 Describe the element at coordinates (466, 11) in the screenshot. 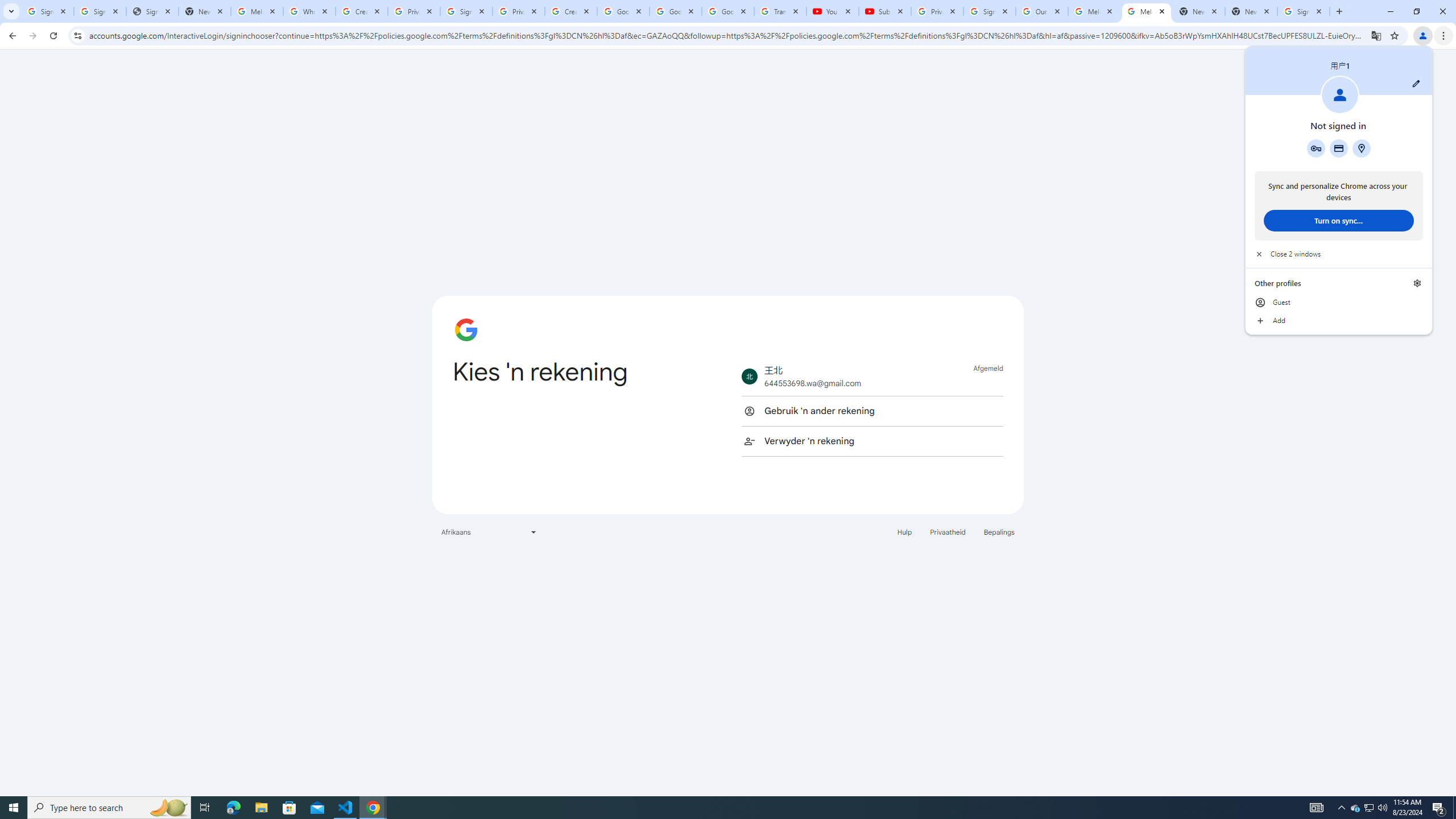

I see `'Sign in - Google Accounts'` at that location.